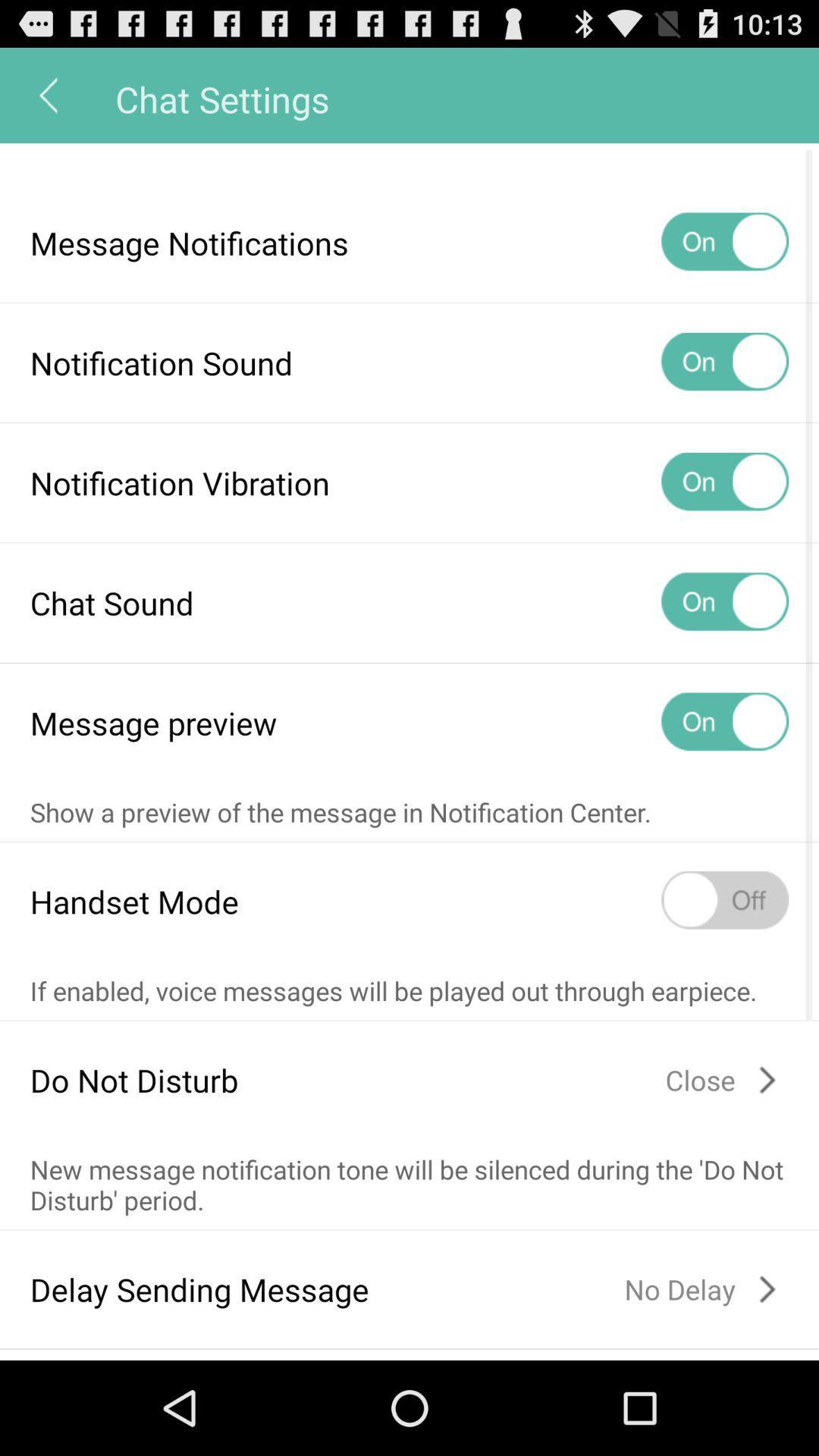  I want to click on the on button which is right to the text notification sound, so click(724, 362).